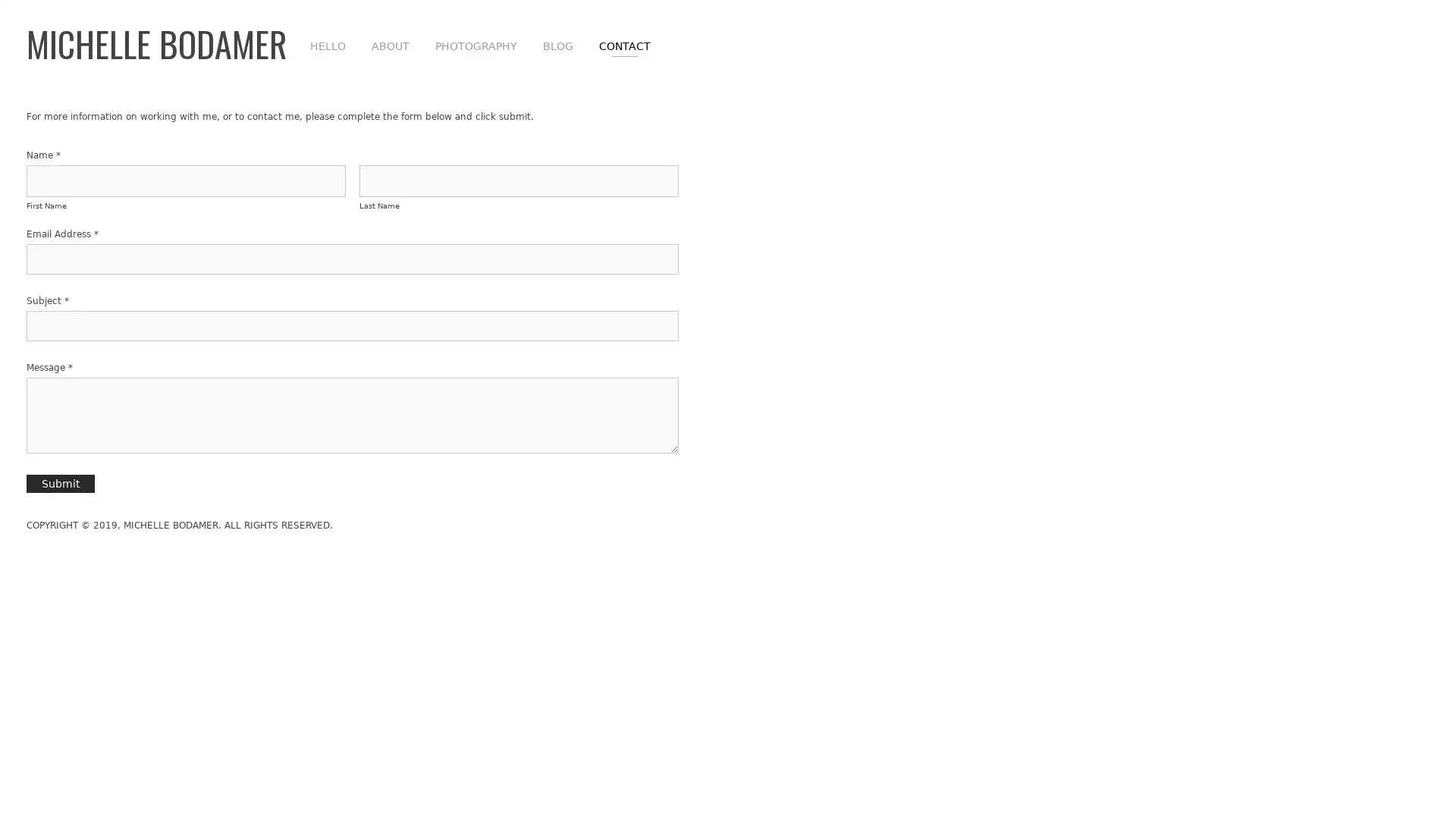 This screenshot has height=819, width=1456. What do you see at coordinates (61, 483) in the screenshot?
I see `Submit` at bounding box center [61, 483].